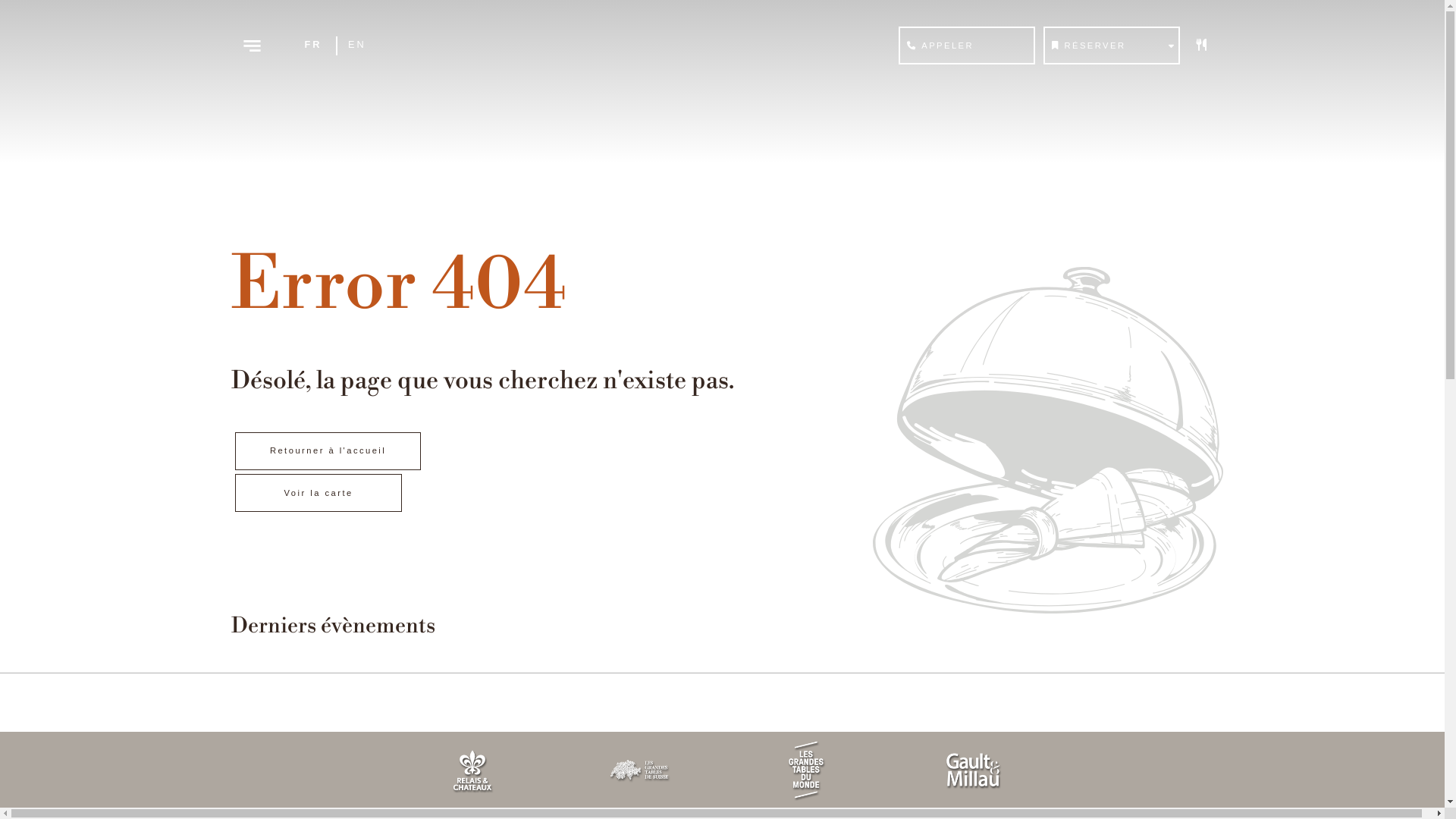 This screenshot has width=1456, height=819. What do you see at coordinates (234, 493) in the screenshot?
I see `'Voir la carte'` at bounding box center [234, 493].